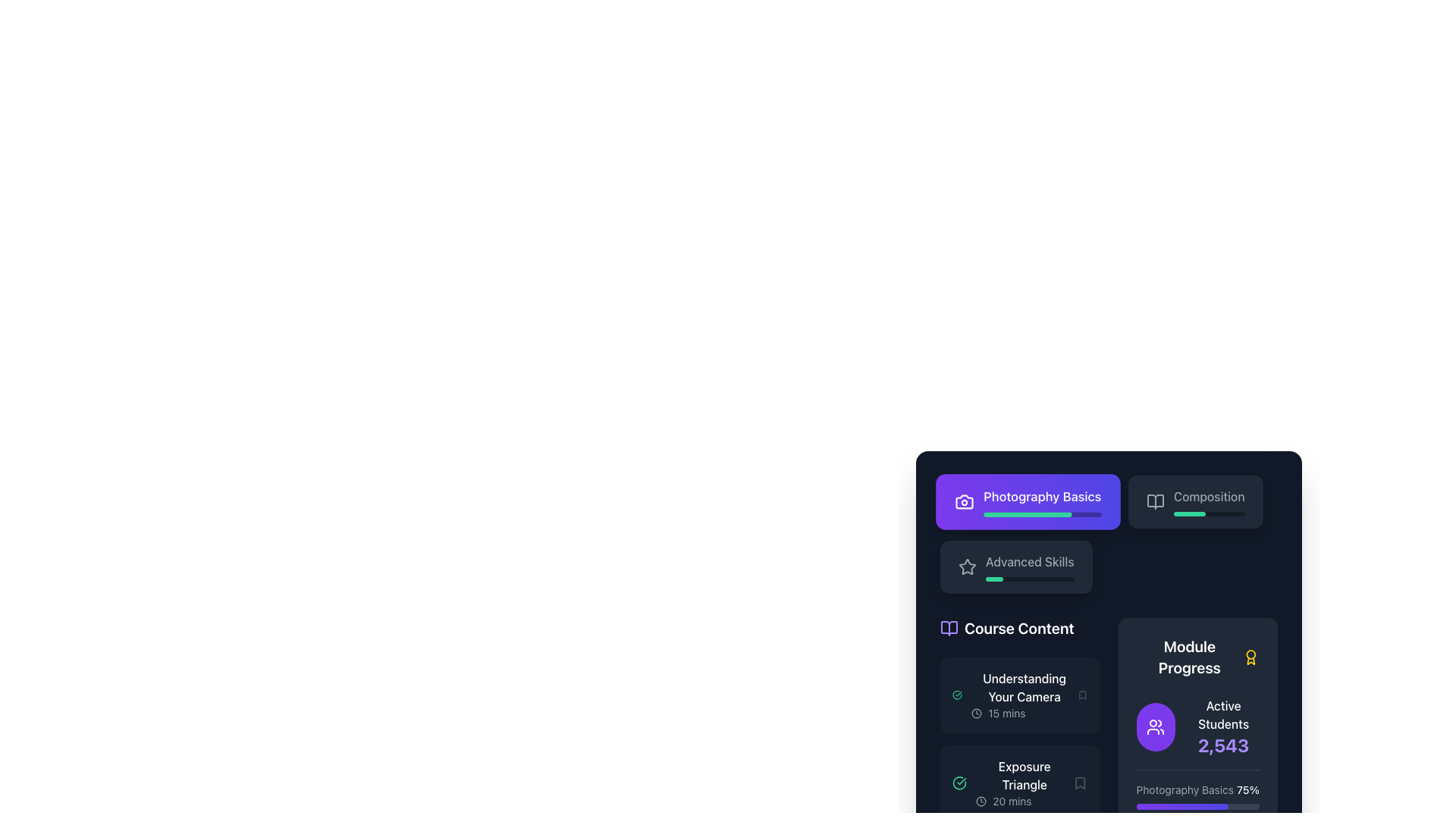  What do you see at coordinates (1194, 502) in the screenshot?
I see `the 'Composition' interactive button, which features an open book icon and a progress bar` at bounding box center [1194, 502].